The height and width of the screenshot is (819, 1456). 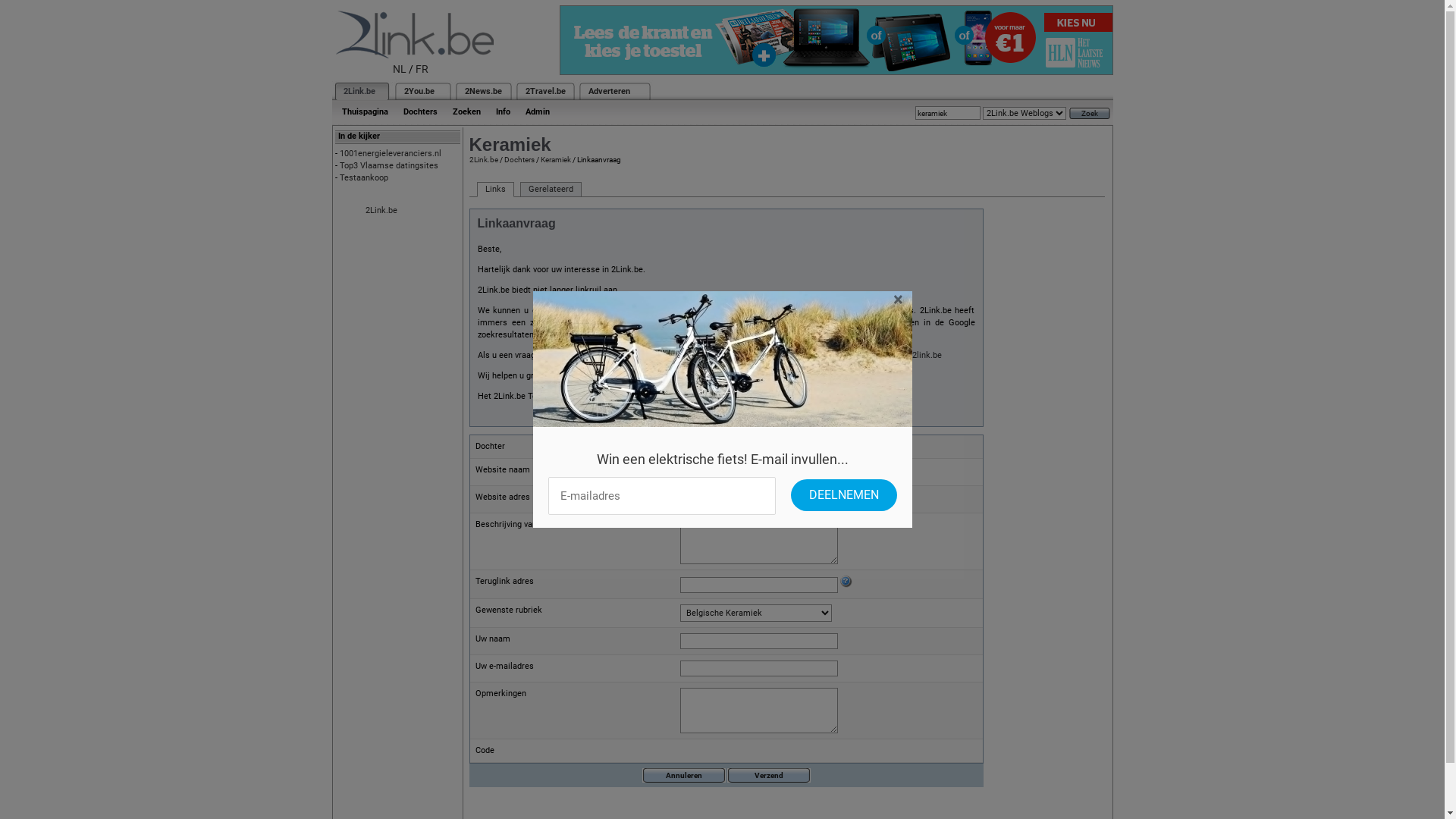 I want to click on 'Admin', so click(x=537, y=111).